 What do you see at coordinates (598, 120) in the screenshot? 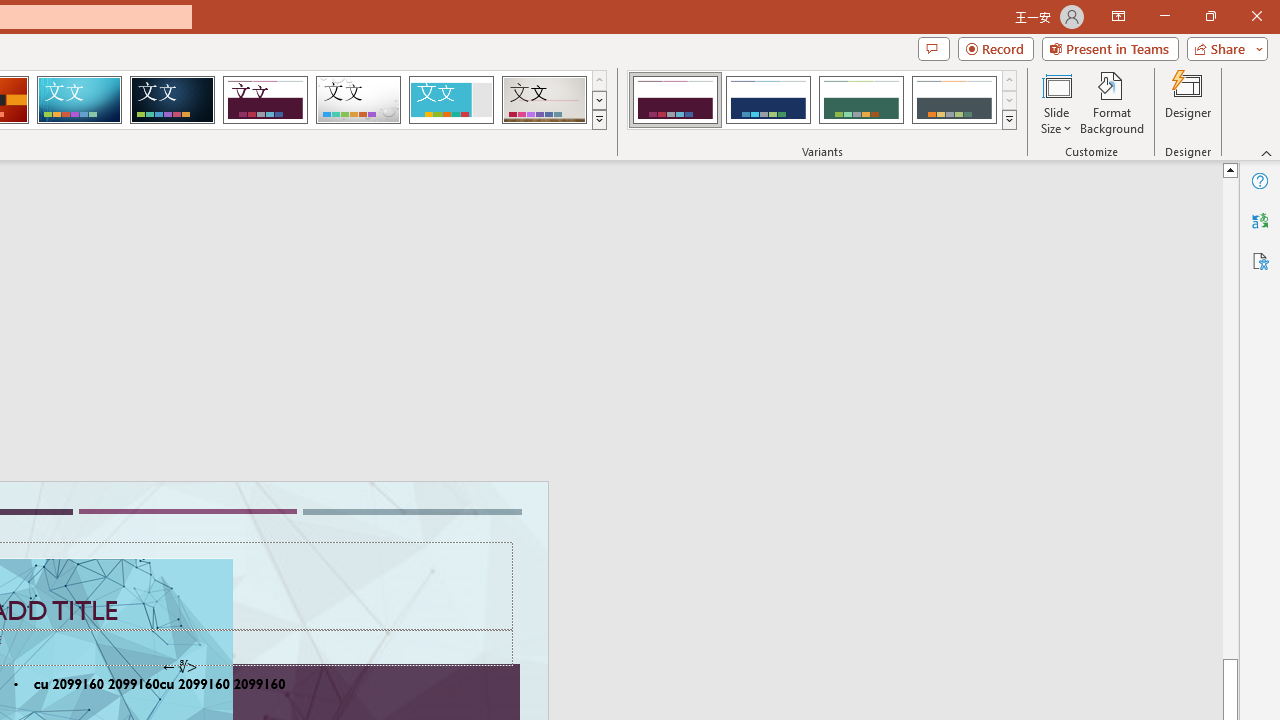
I see `'Themes'` at bounding box center [598, 120].